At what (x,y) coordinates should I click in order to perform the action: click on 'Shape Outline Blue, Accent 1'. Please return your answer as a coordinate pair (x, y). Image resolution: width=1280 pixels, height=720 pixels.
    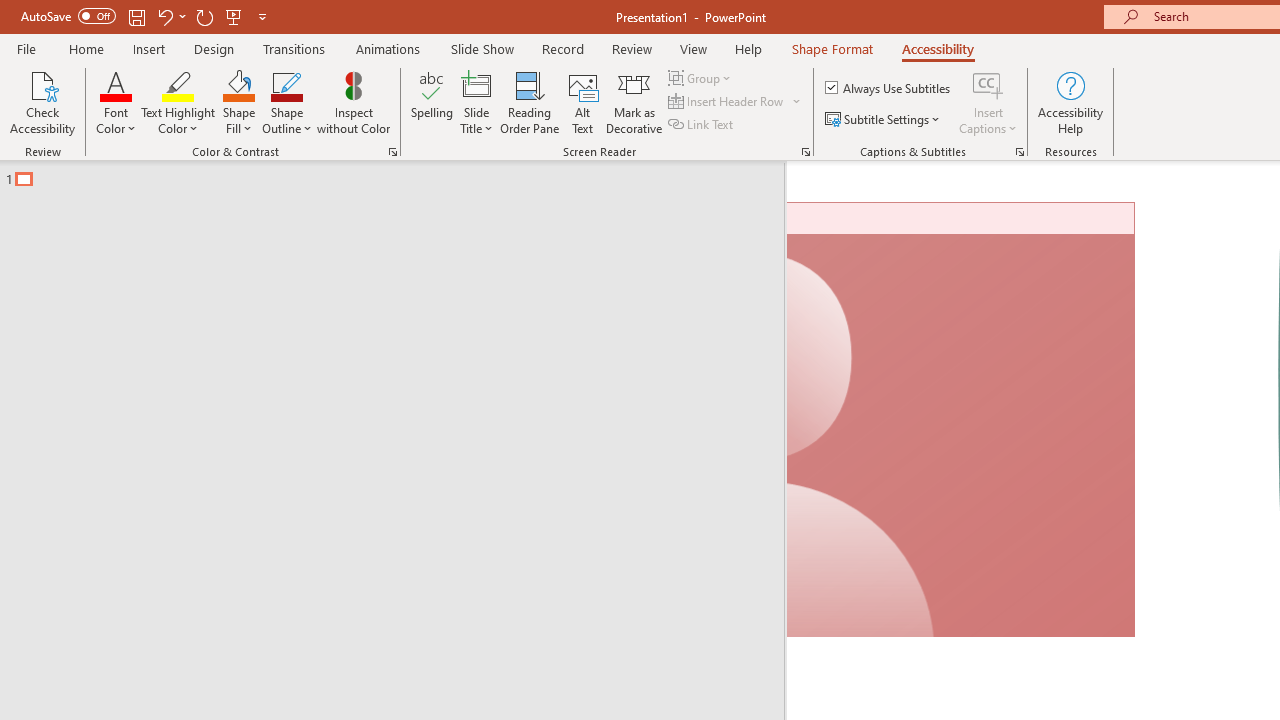
    Looking at the image, I should click on (286, 84).